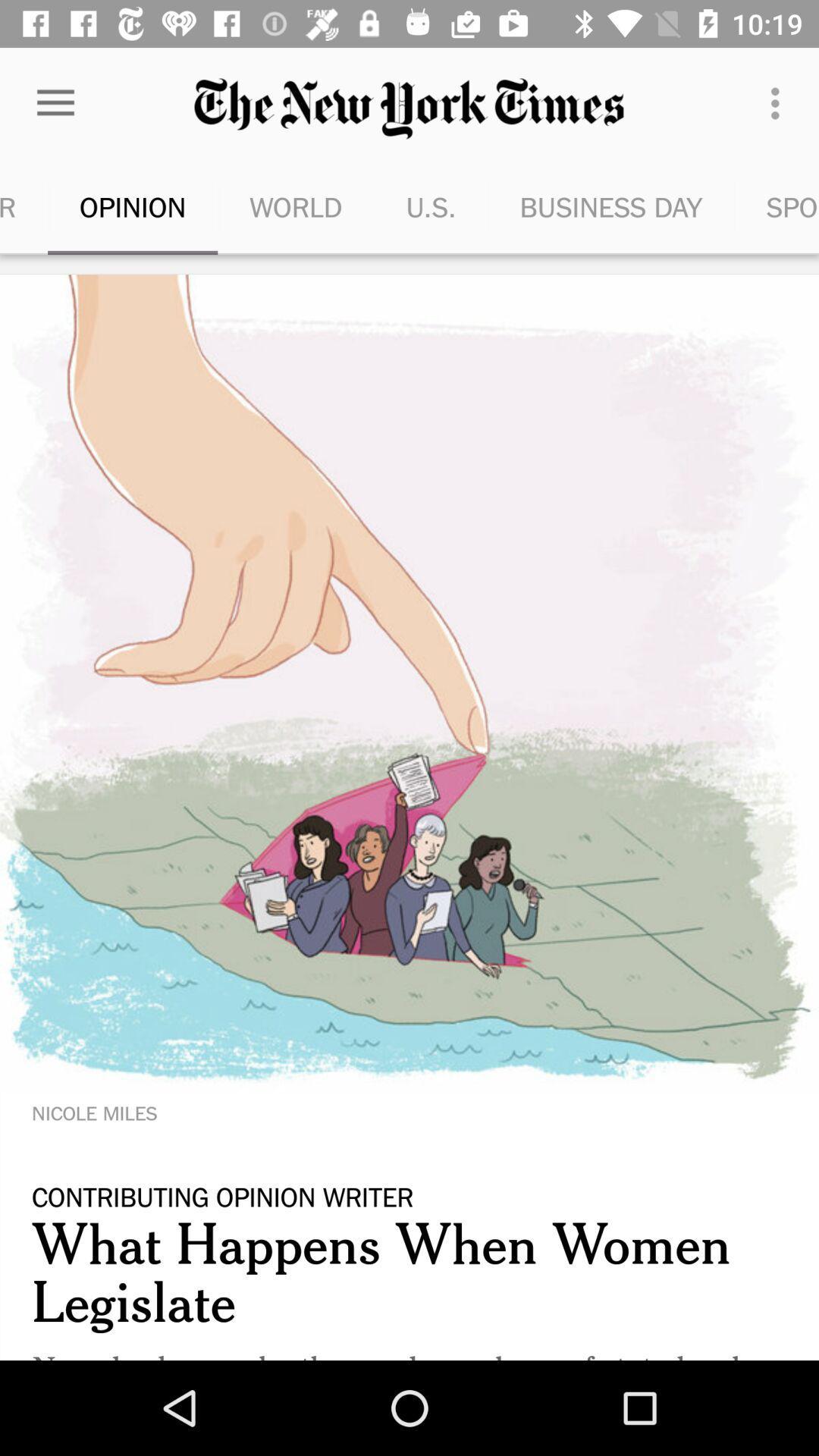 This screenshot has height=1456, width=819. What do you see at coordinates (431, 206) in the screenshot?
I see `the u.s. item` at bounding box center [431, 206].